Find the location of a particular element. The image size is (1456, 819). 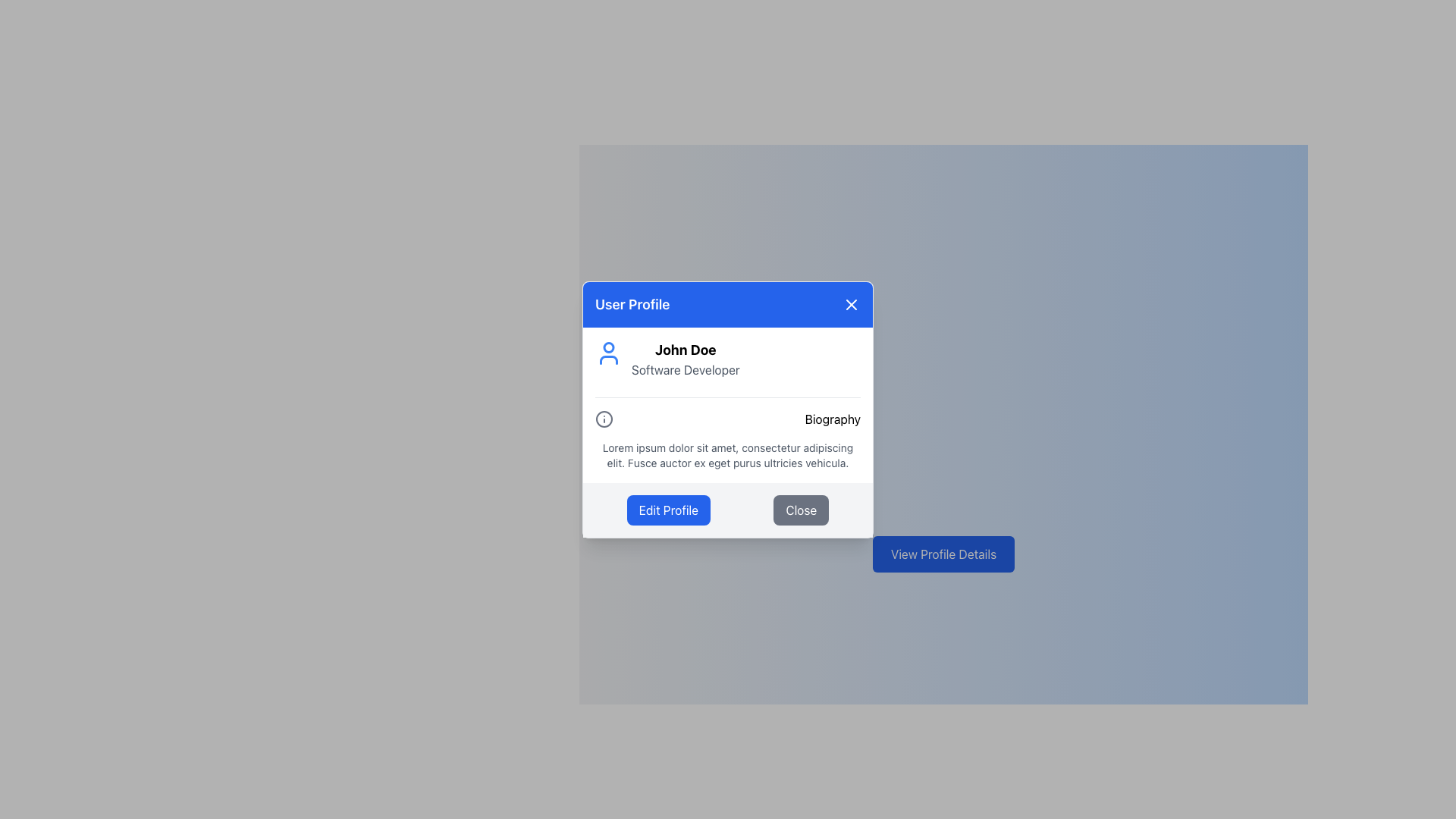

the black decorative icon resembling a stylized person, located at the center of the user profile modal dialog box, positioned above the textual name and title information is located at coordinates (608, 359).